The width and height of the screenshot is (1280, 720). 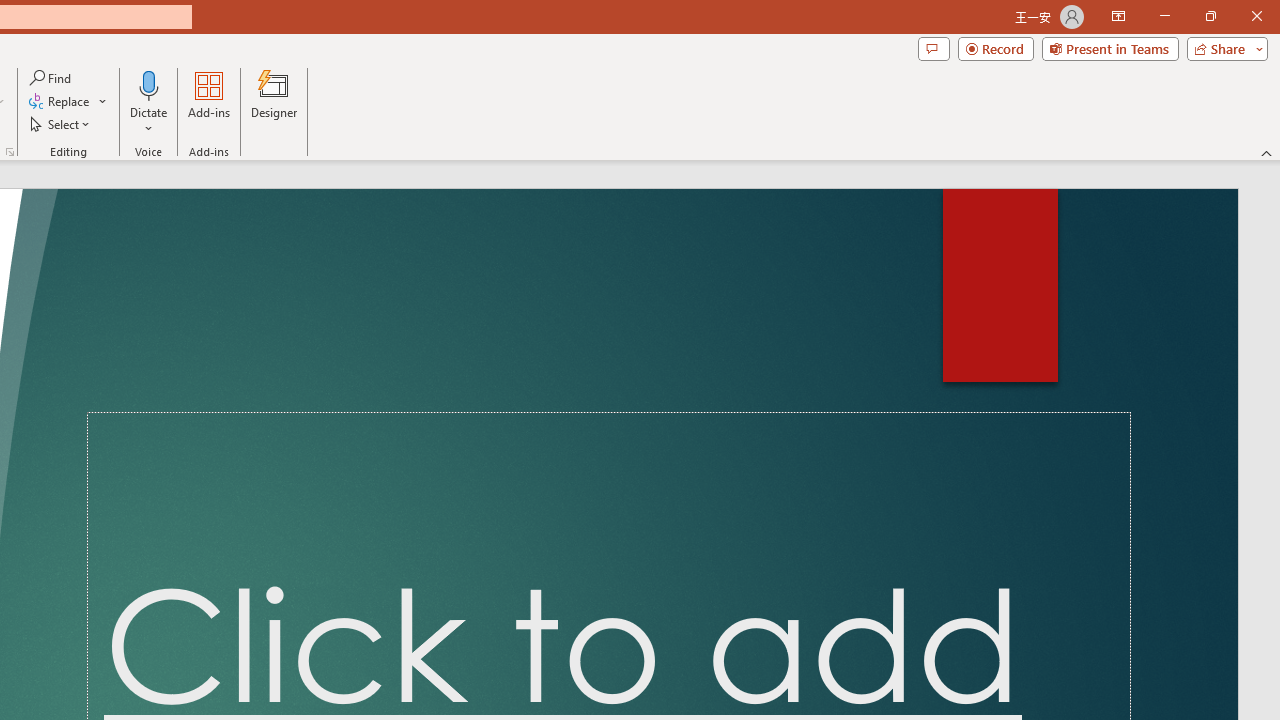 What do you see at coordinates (61, 124) in the screenshot?
I see `'Select'` at bounding box center [61, 124].